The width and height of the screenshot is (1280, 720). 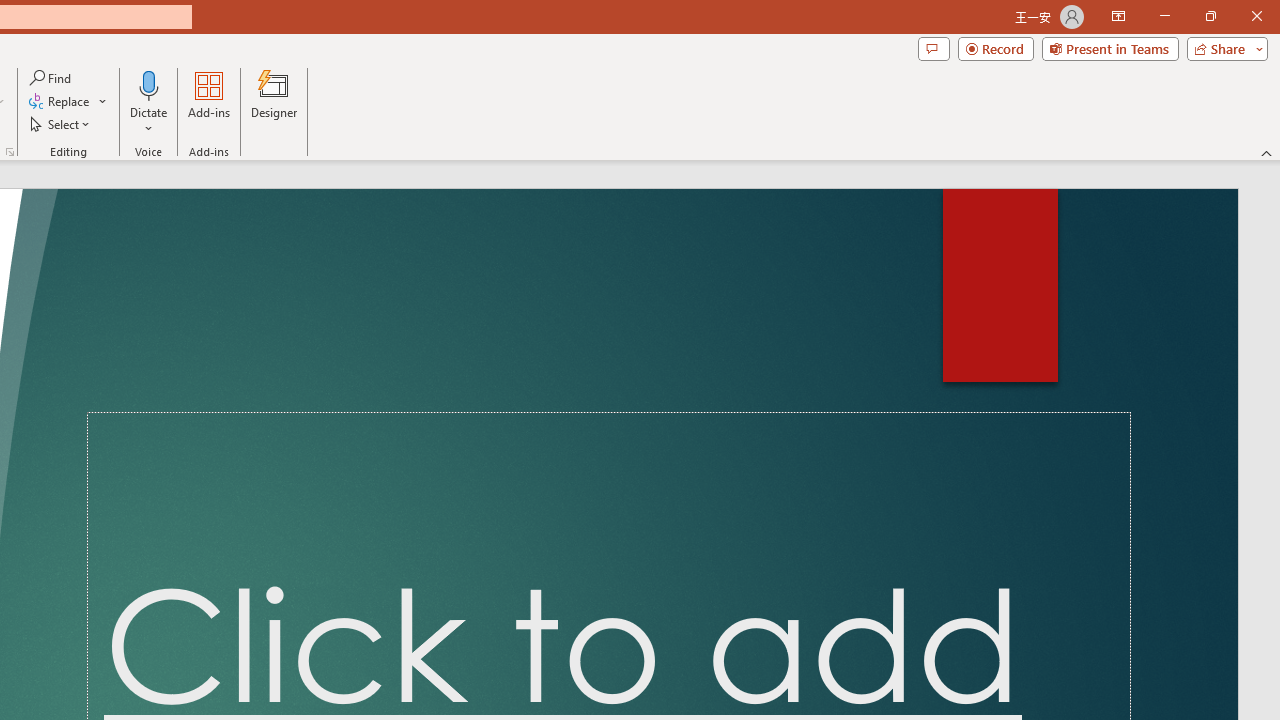 What do you see at coordinates (61, 124) in the screenshot?
I see `'Select'` at bounding box center [61, 124].